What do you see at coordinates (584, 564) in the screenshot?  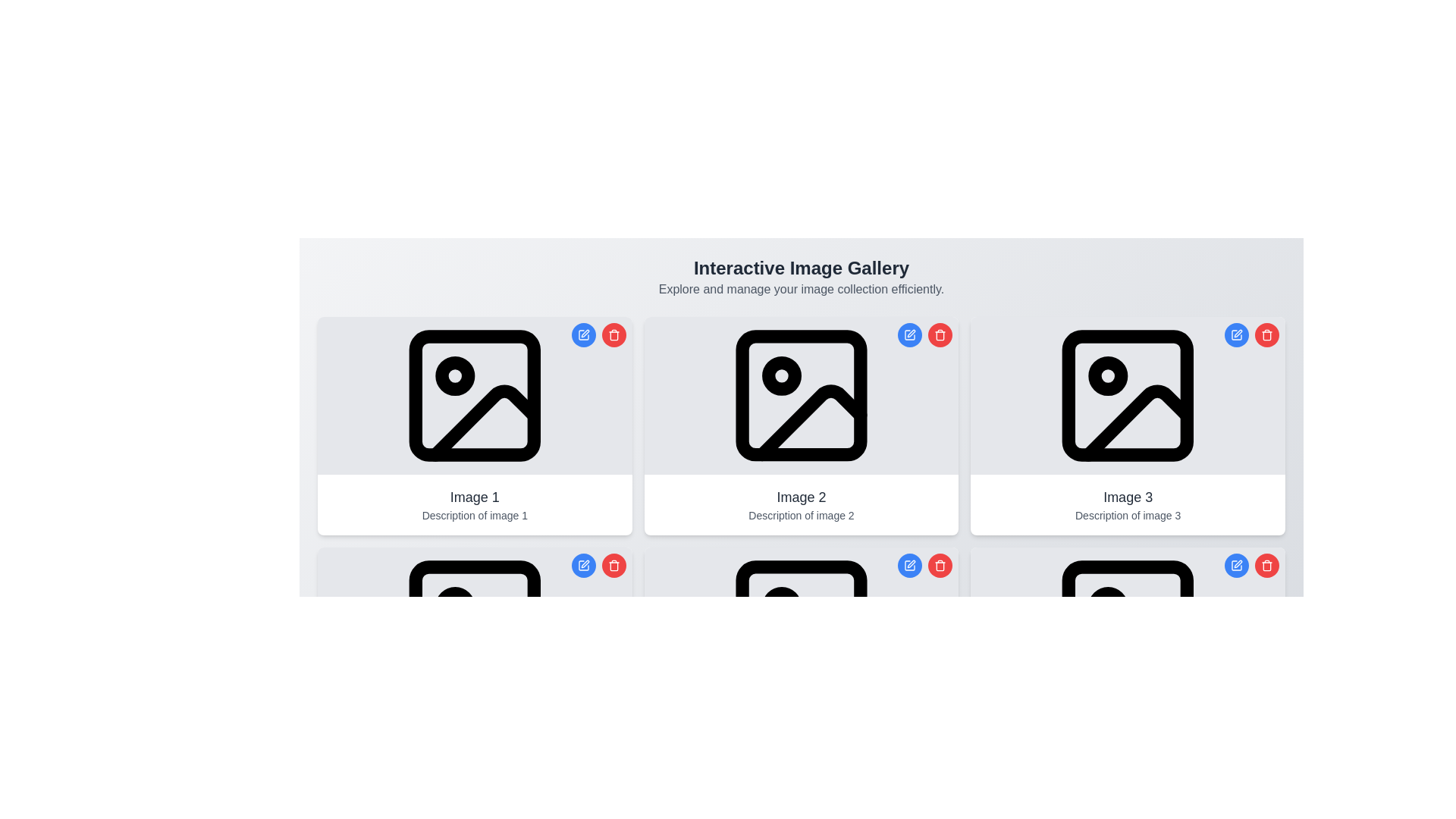 I see `the fountain pen icon in the 'edit' action area above 'Image 2' in the 'Interactive Image Gallery' interface` at bounding box center [584, 564].